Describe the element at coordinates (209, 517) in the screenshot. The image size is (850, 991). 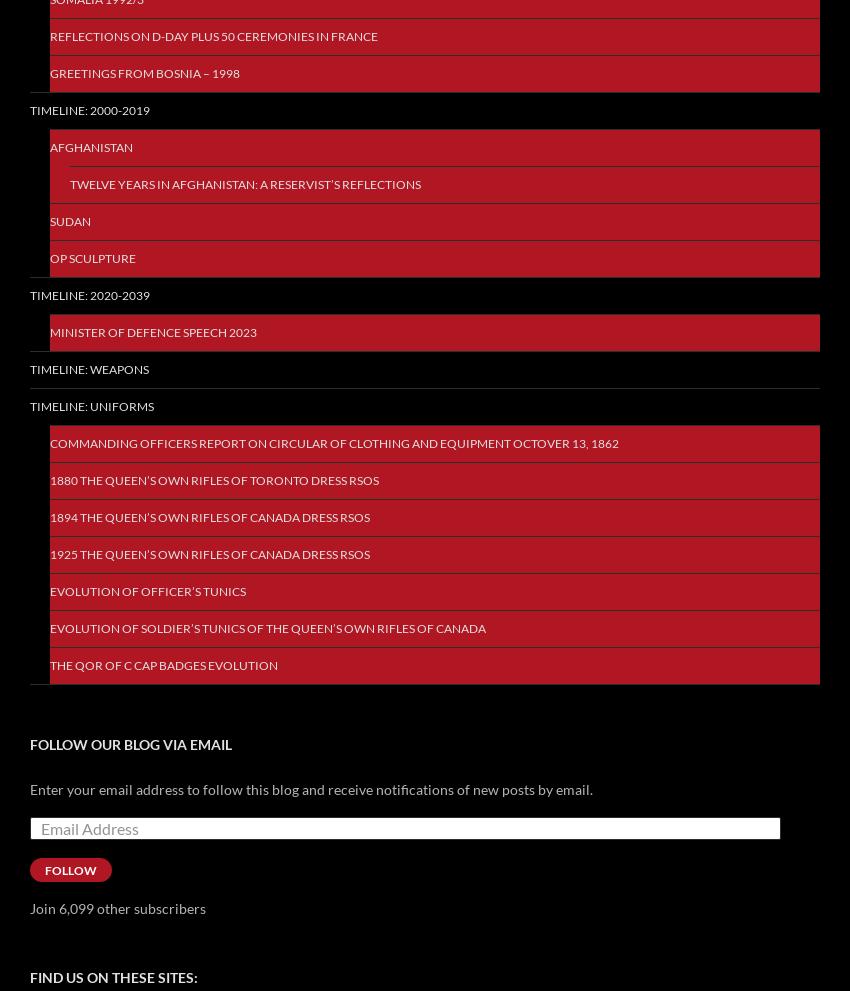
I see `'1894 The Queen’s Own Rifles of Canada Dress RSOs'` at that location.